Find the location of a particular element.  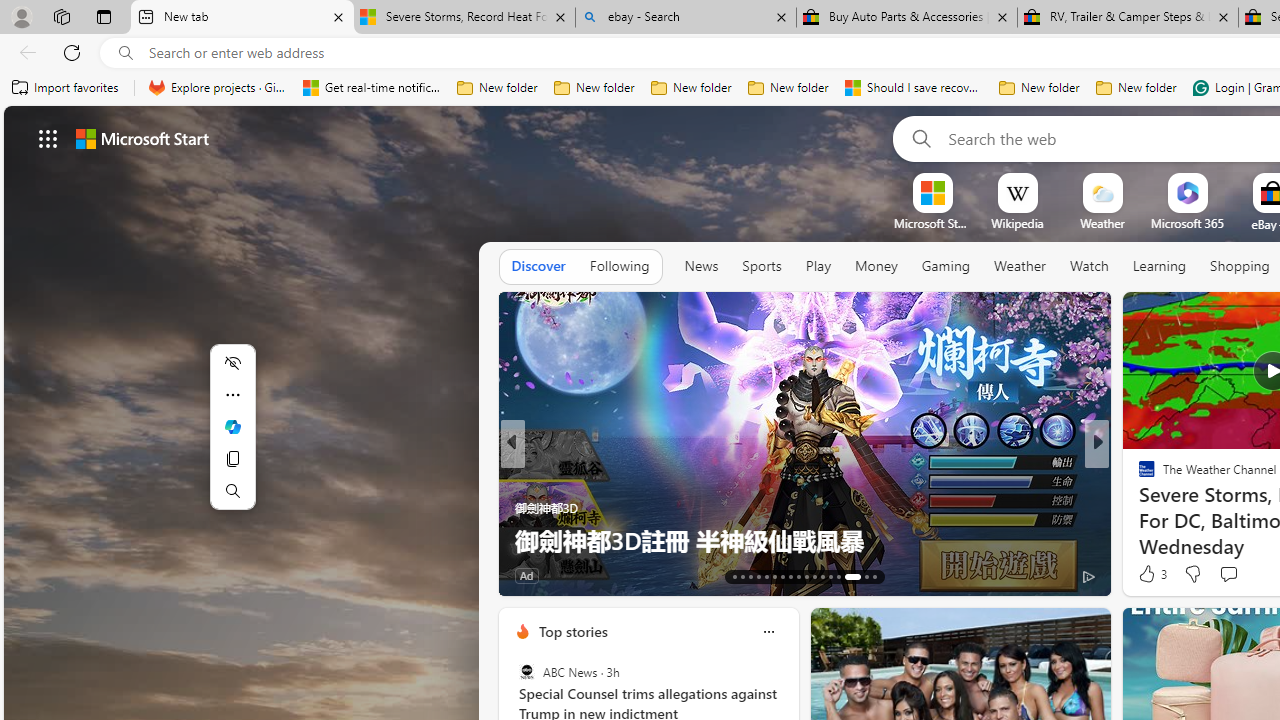

'AutomationID: tab-28' is located at coordinates (860, 577).